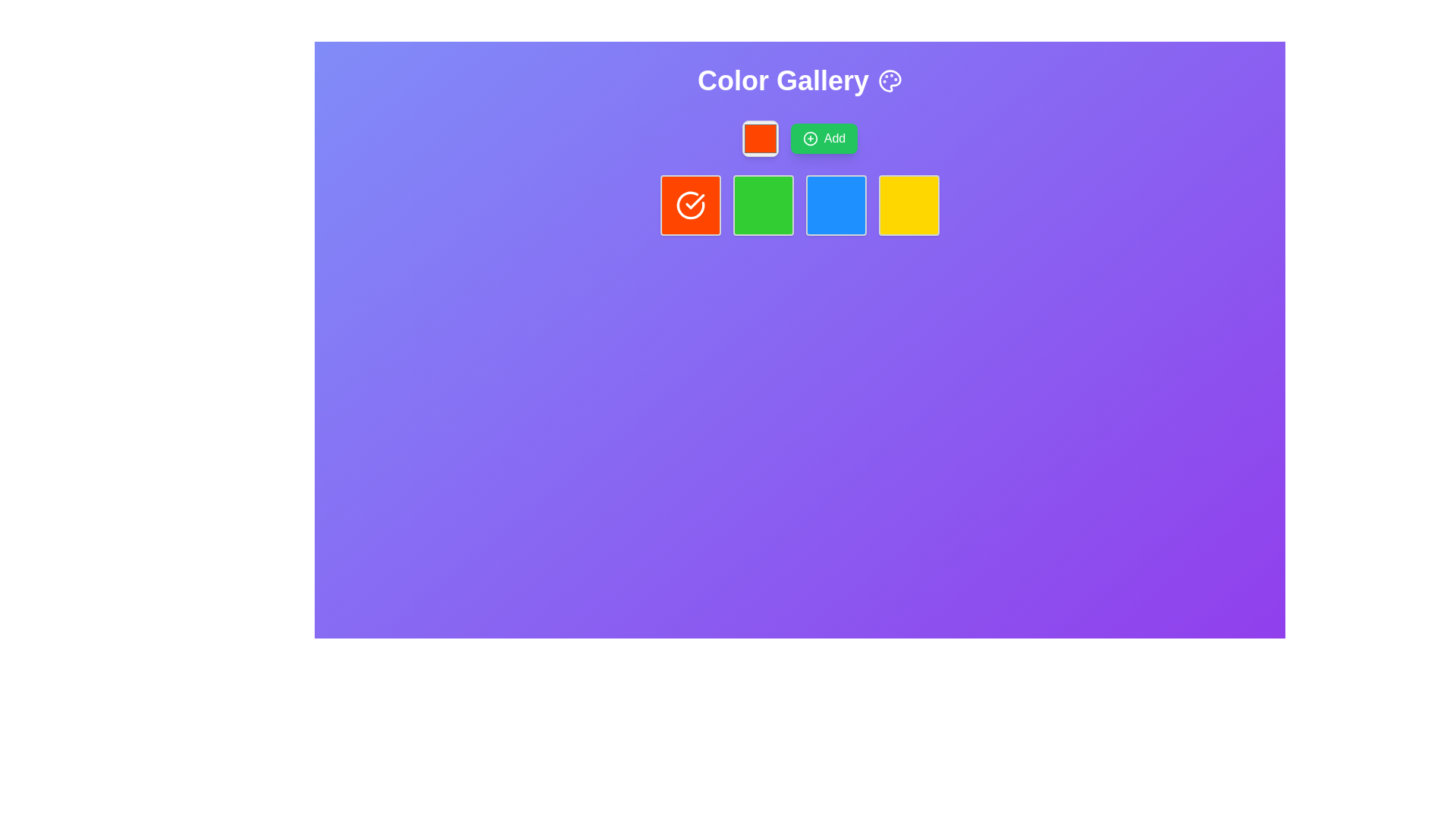  Describe the element at coordinates (799, 81) in the screenshot. I see `the 'Color Gallery' text label with a painter's palette icon, which is styled in large, bold, white font against a gradient background from indigo to purple` at that location.